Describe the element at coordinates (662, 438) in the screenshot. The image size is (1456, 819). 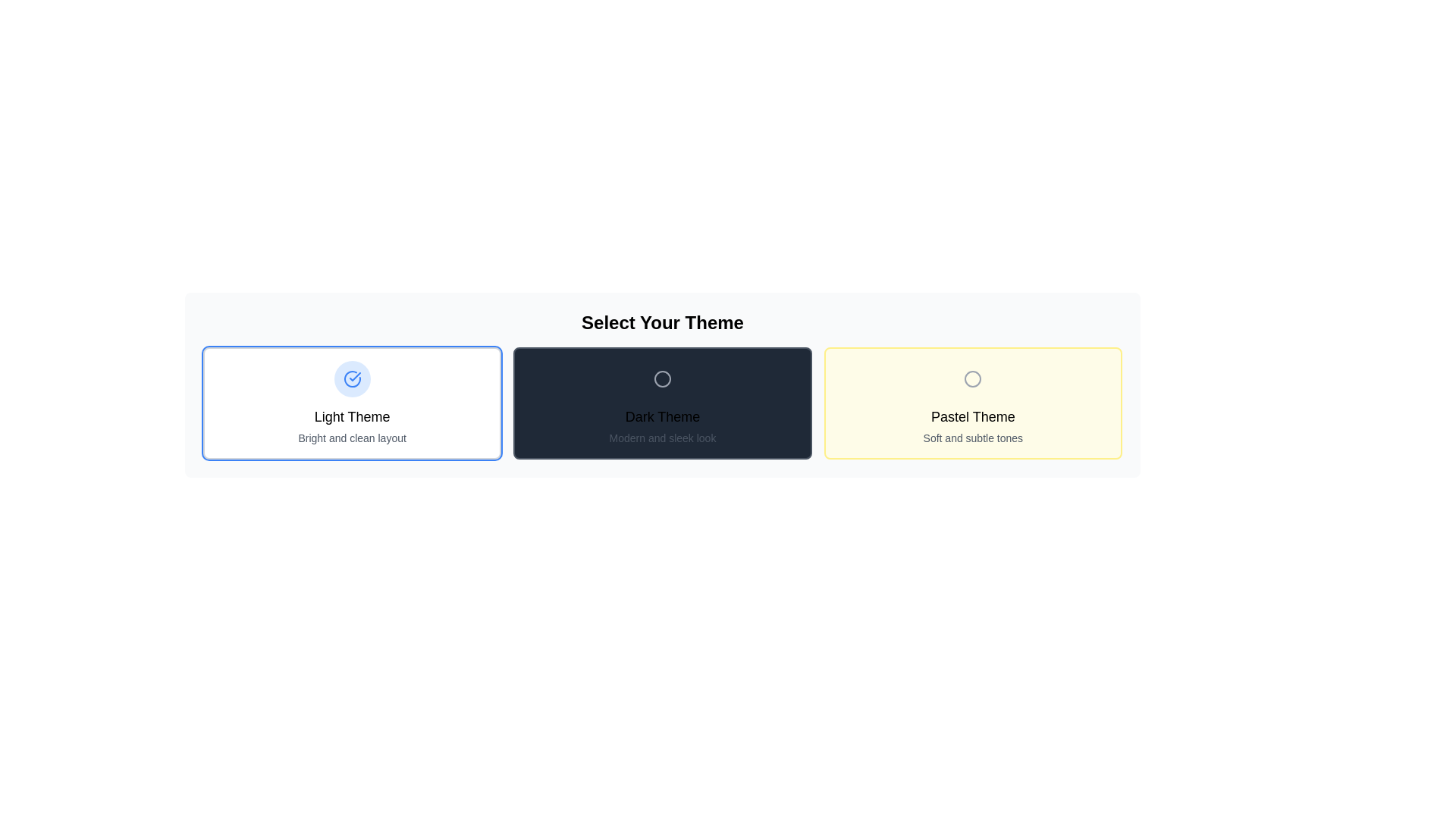
I see `the Text Label that provides supplementary information for the 'Dark Theme' selection option, located at the bottom-center of the corresponding card` at that location.